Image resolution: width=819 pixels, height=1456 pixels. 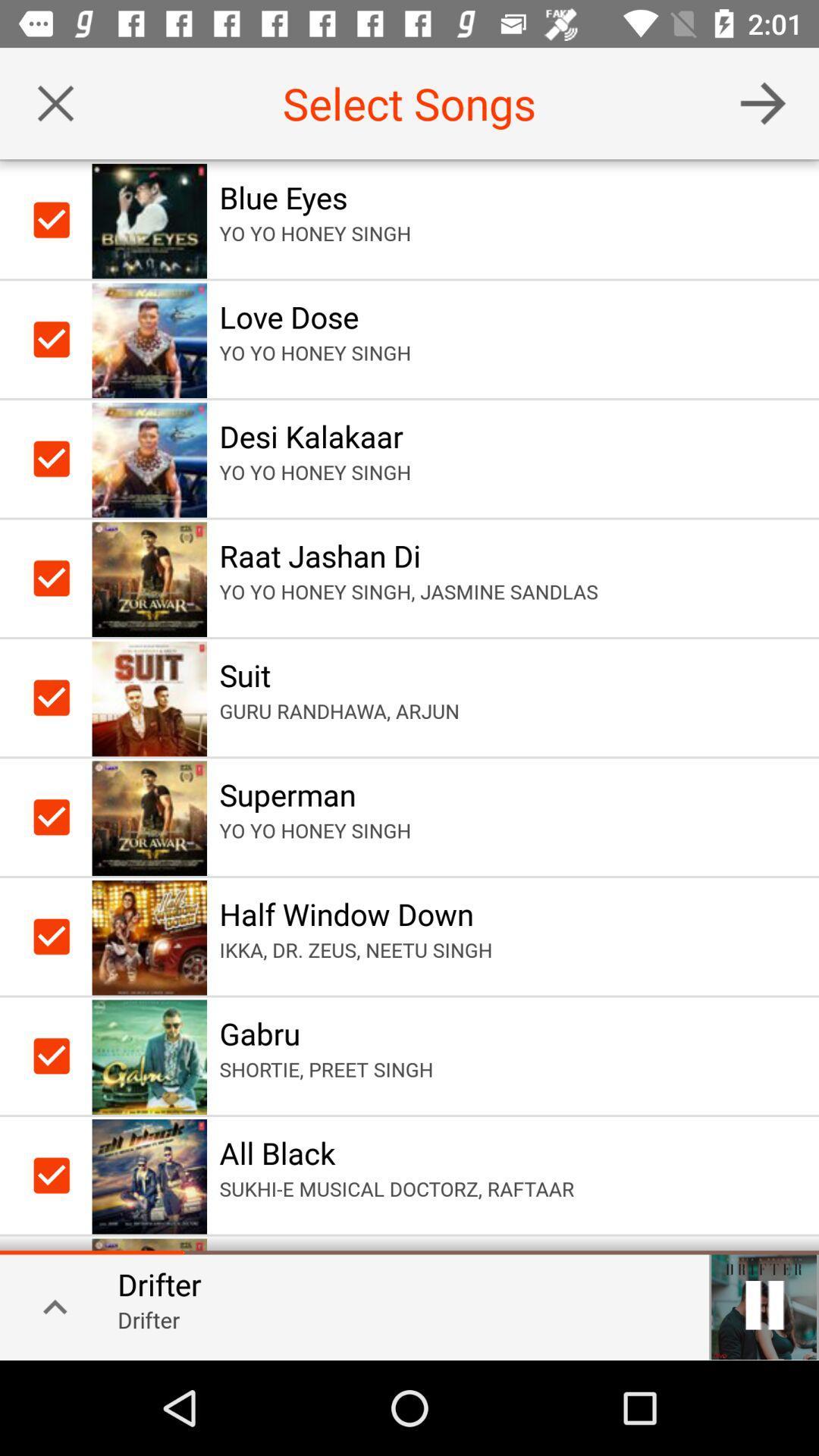 What do you see at coordinates (55, 102) in the screenshot?
I see `page` at bounding box center [55, 102].